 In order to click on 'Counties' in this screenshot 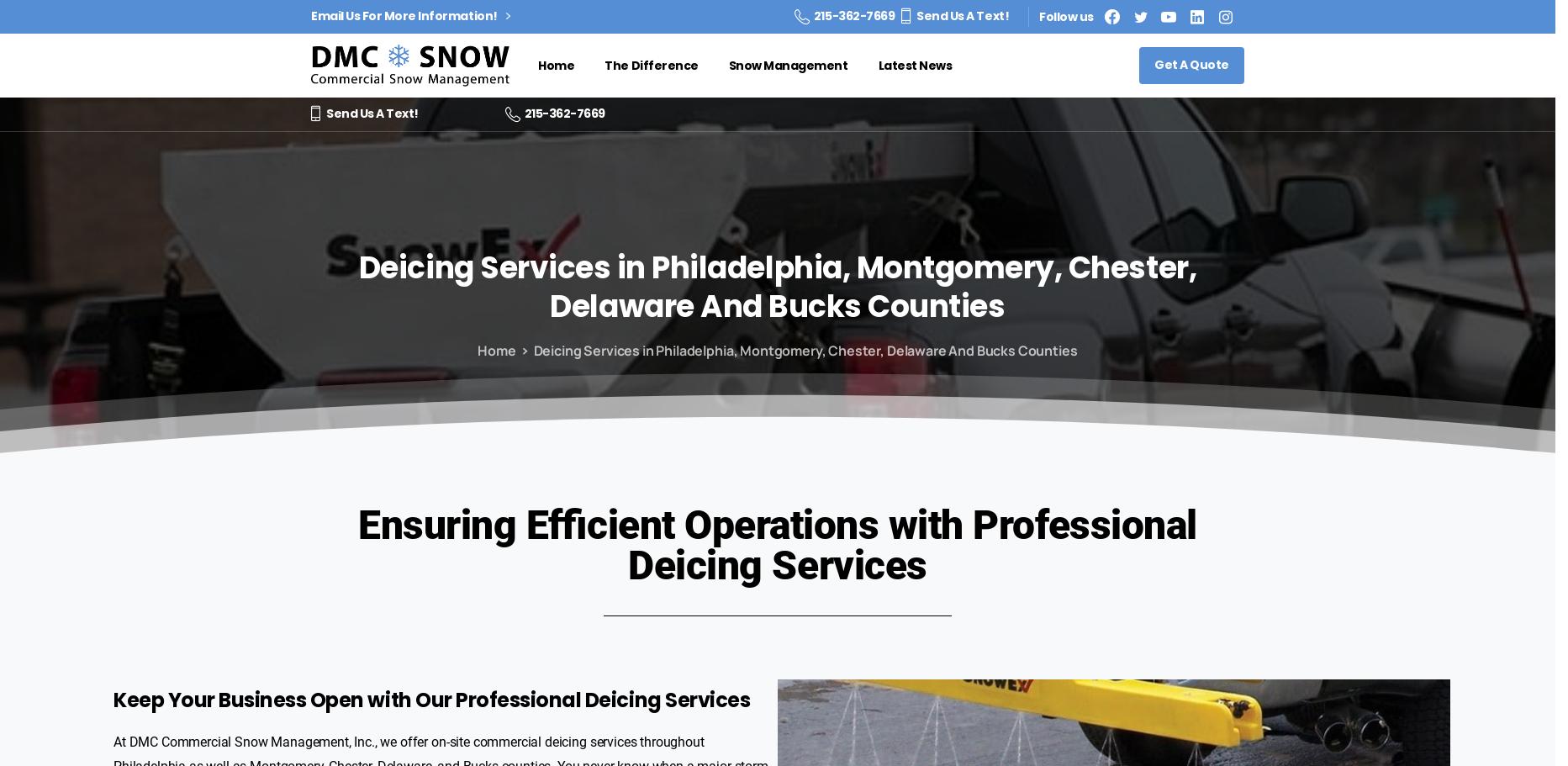, I will do `click(935, 305)`.